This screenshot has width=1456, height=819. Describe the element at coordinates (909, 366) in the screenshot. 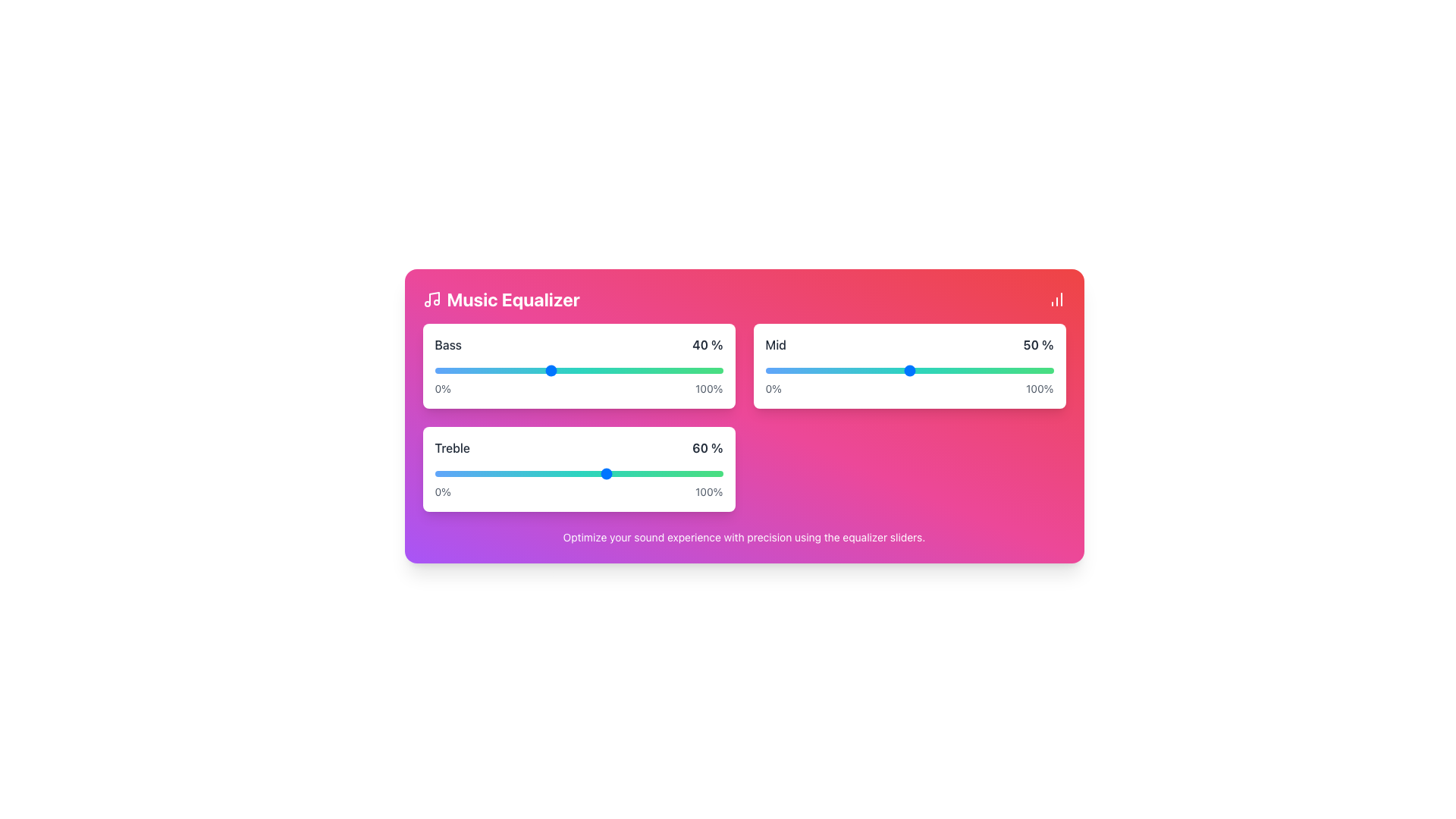

I see `the slider area that adjusts the 'Mid' parameter of the audio equalizer, currently set to '50%'` at that location.